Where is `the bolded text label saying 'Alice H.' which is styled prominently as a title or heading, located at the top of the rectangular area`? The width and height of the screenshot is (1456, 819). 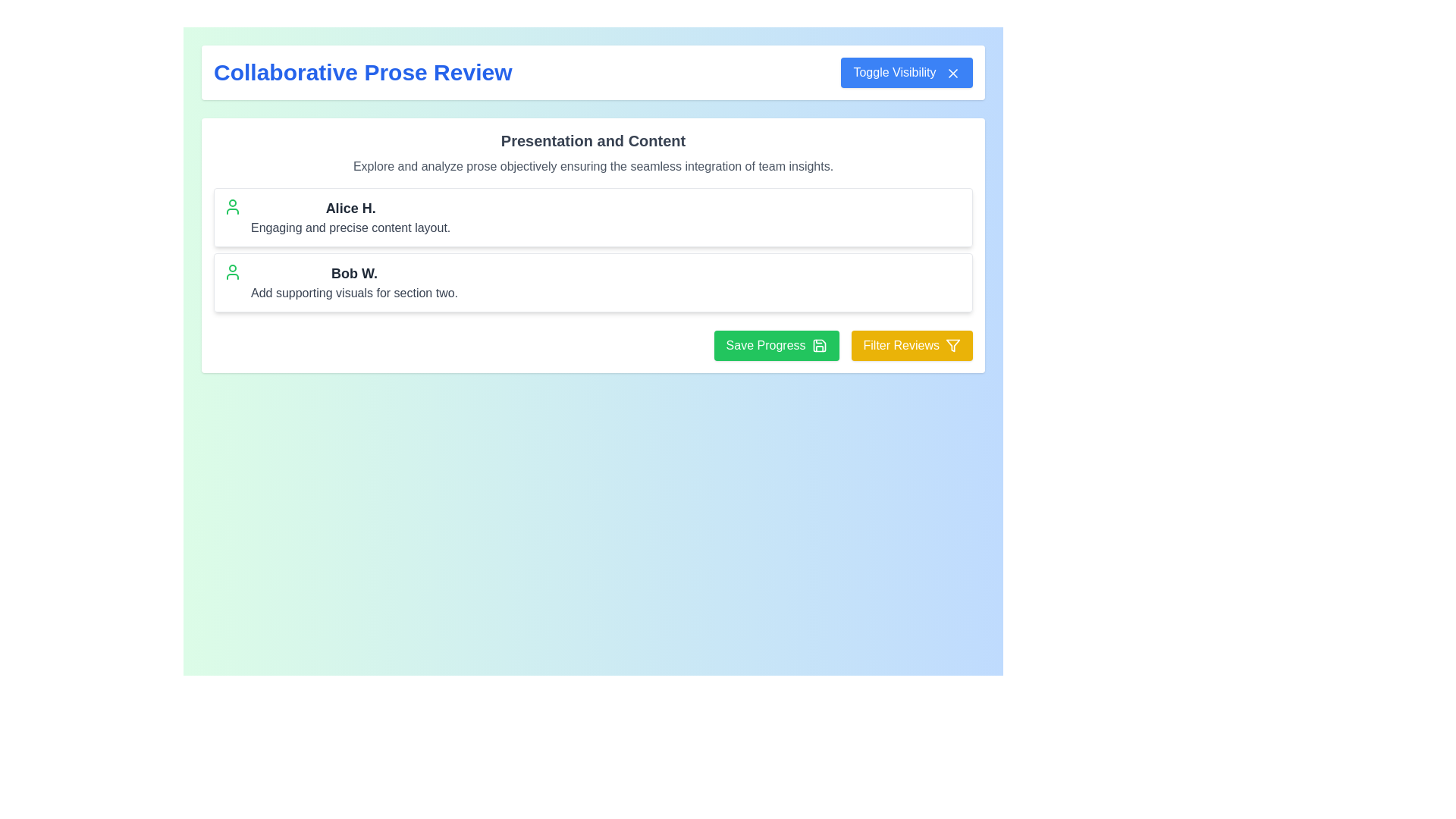
the bolded text label saying 'Alice H.' which is styled prominently as a title or heading, located at the top of the rectangular area is located at coordinates (350, 208).